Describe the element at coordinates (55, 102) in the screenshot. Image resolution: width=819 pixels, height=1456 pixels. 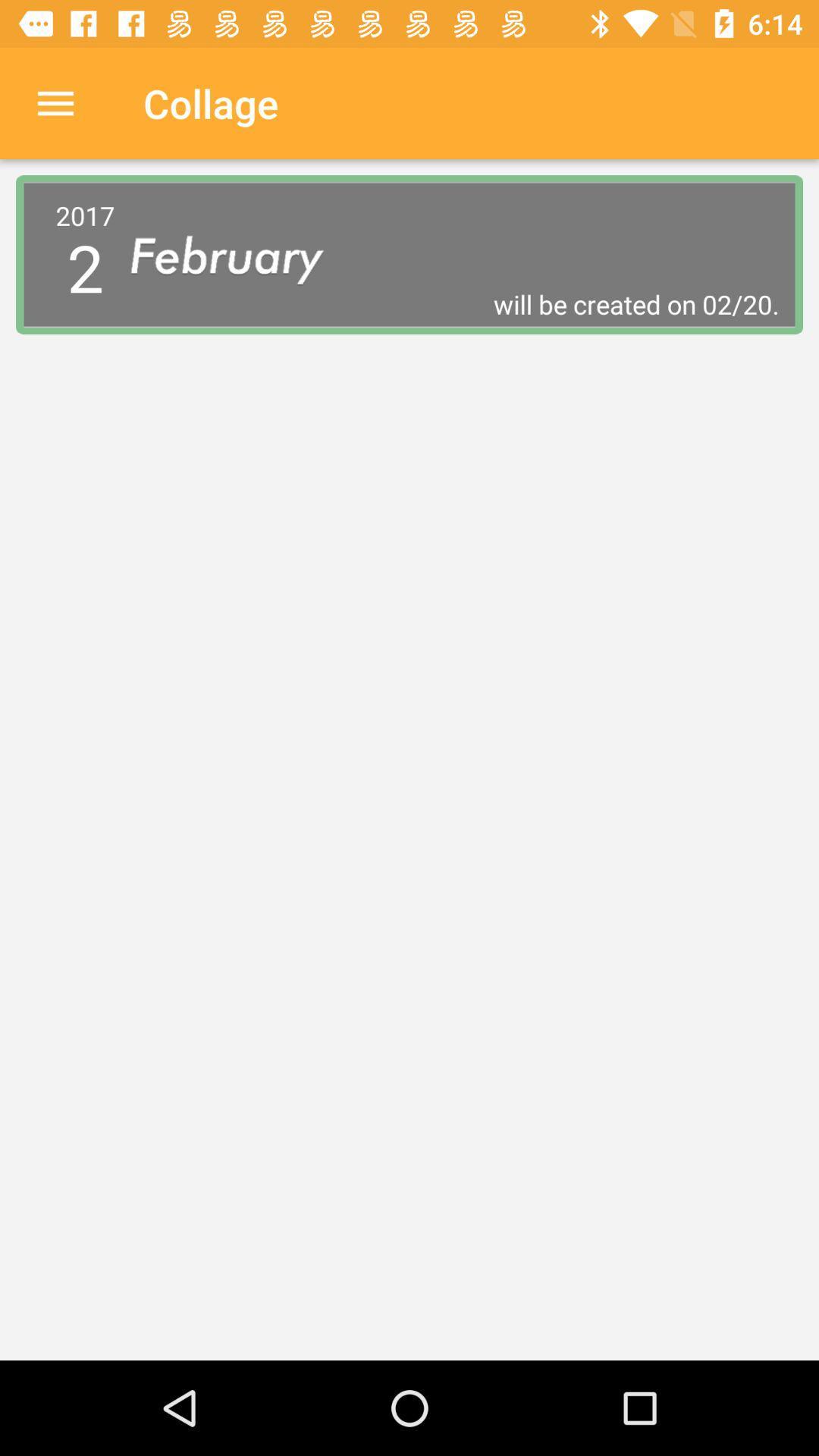
I see `icon to the left of collage icon` at that location.